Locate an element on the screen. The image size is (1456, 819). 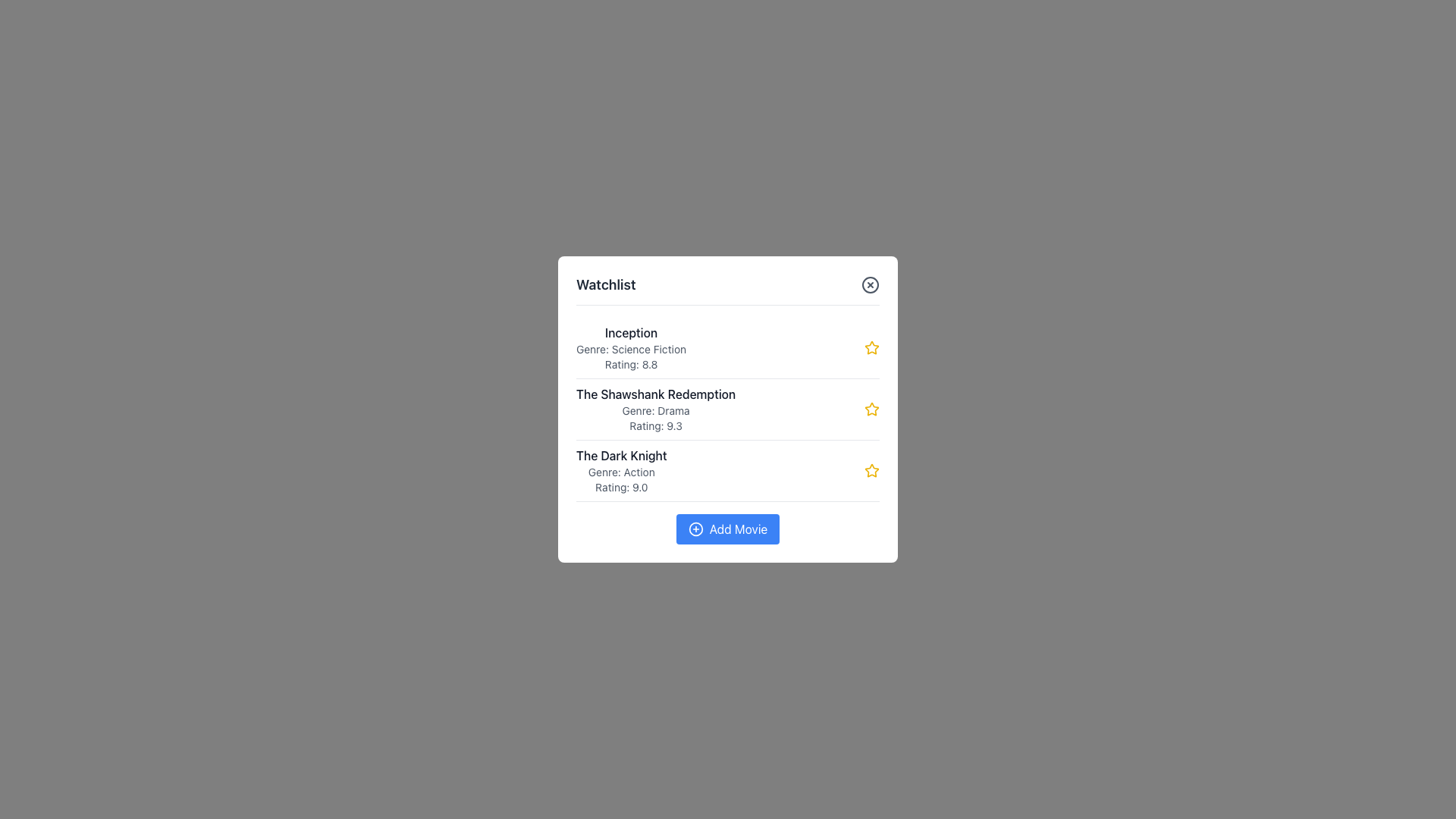
the circular close button with an 'X' symbol, located to the right of the 'Watchlist' header is located at coordinates (870, 284).